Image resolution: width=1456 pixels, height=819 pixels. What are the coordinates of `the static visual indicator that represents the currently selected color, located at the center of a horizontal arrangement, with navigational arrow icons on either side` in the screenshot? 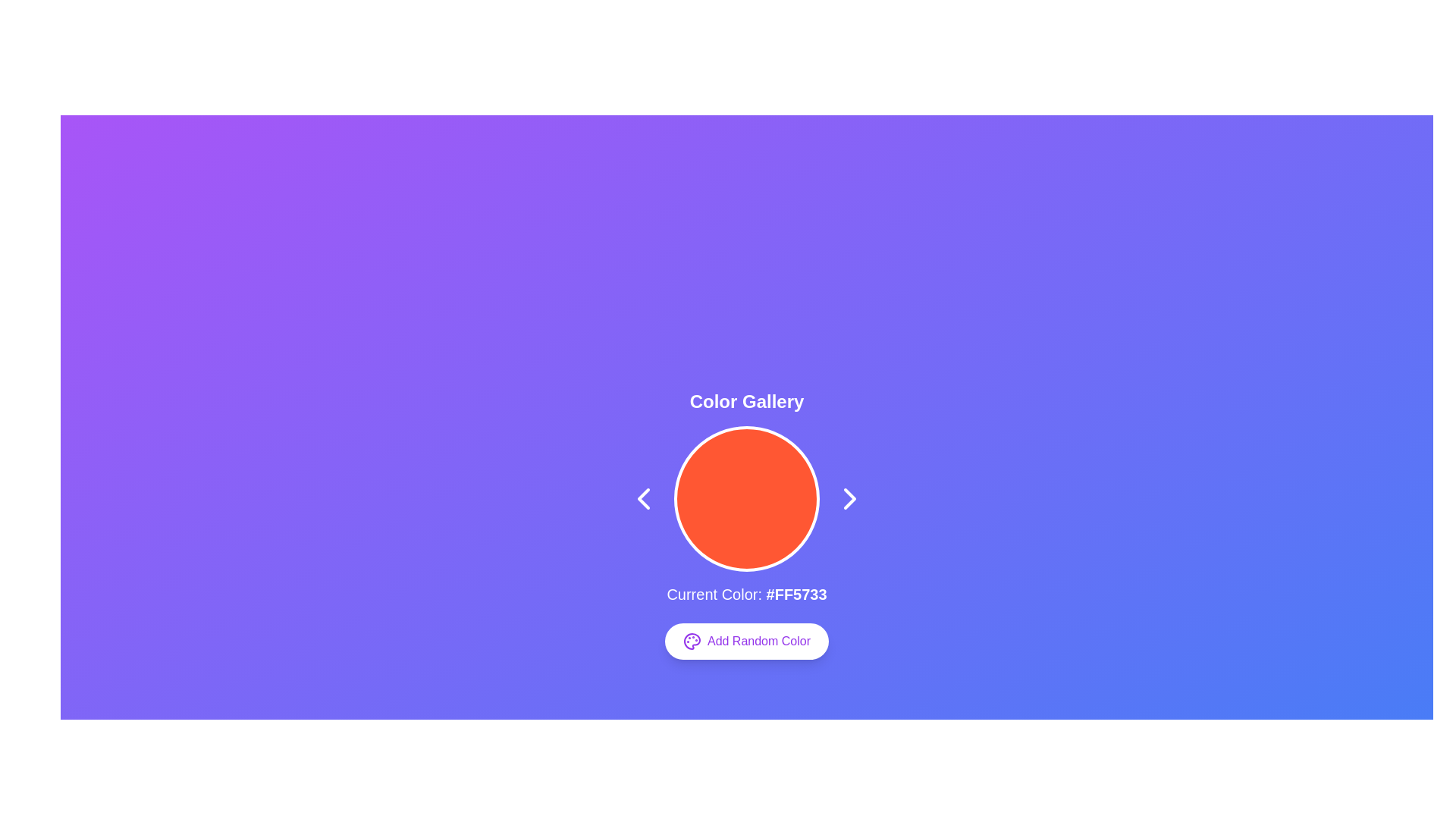 It's located at (746, 499).